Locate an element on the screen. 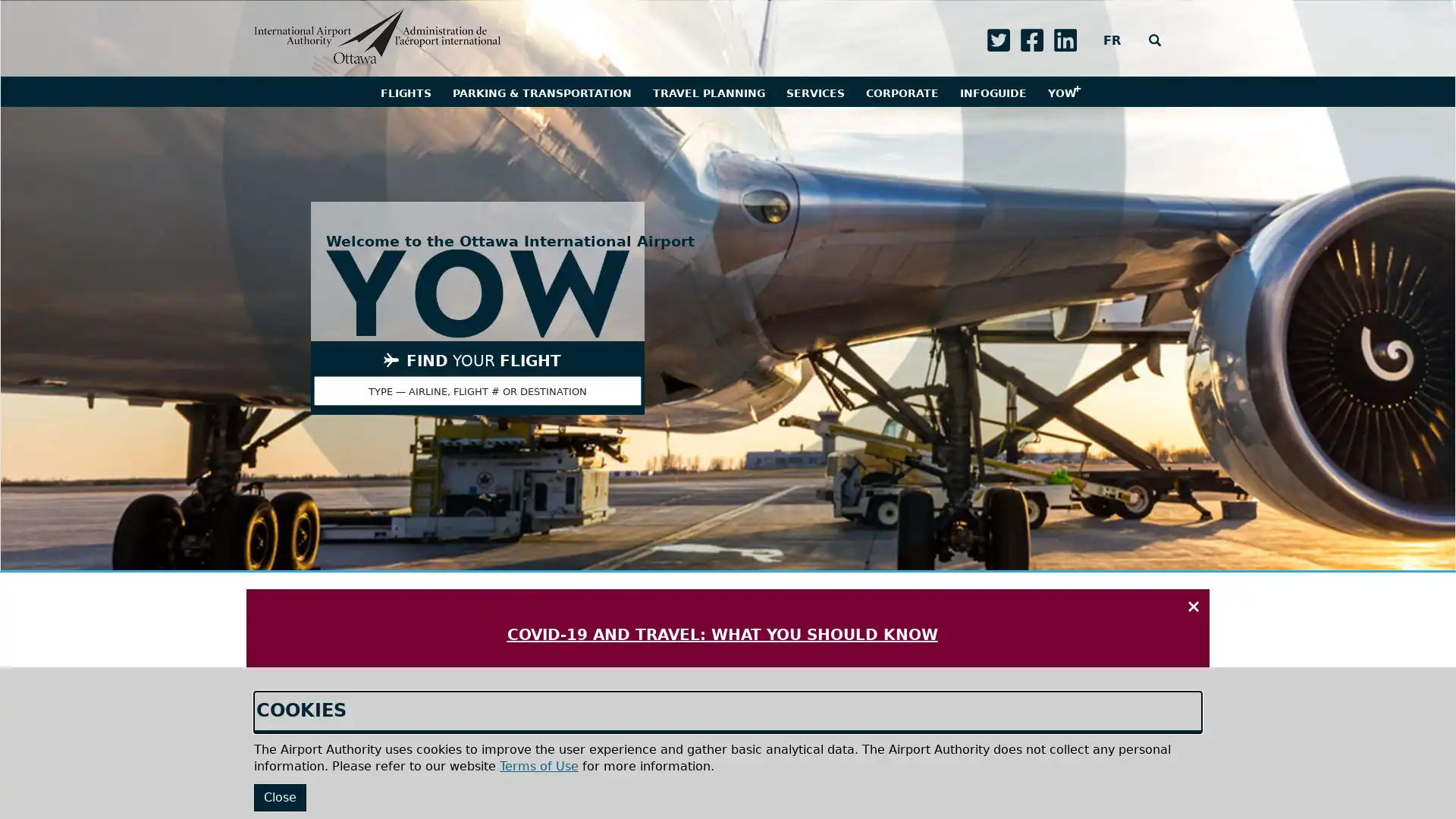 The image size is (1456, 819). Show Corporate Sub Menu is located at coordinates (902, 91).